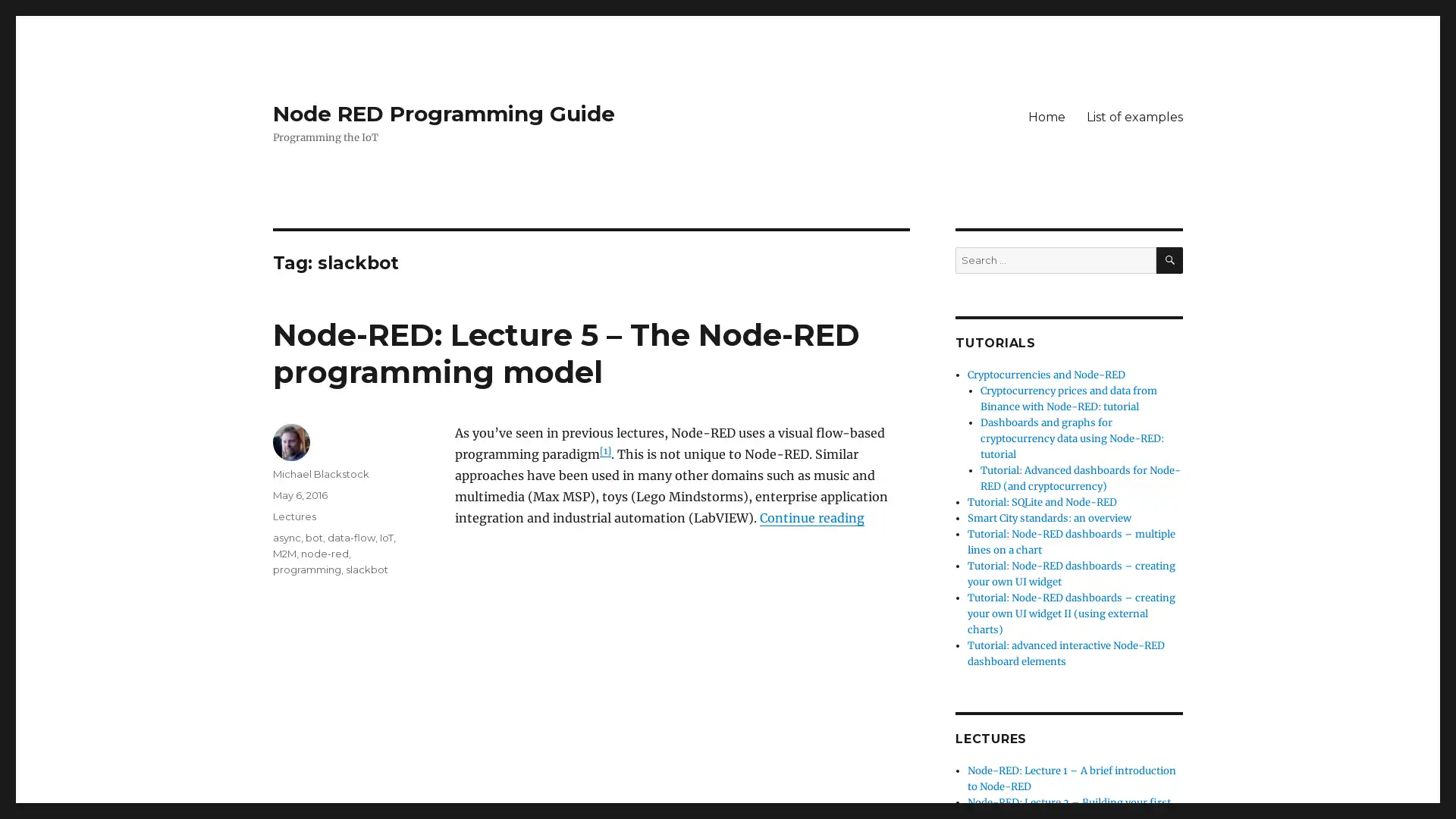 Image resolution: width=1456 pixels, height=819 pixels. What do you see at coordinates (1169, 259) in the screenshot?
I see `SEARCH` at bounding box center [1169, 259].